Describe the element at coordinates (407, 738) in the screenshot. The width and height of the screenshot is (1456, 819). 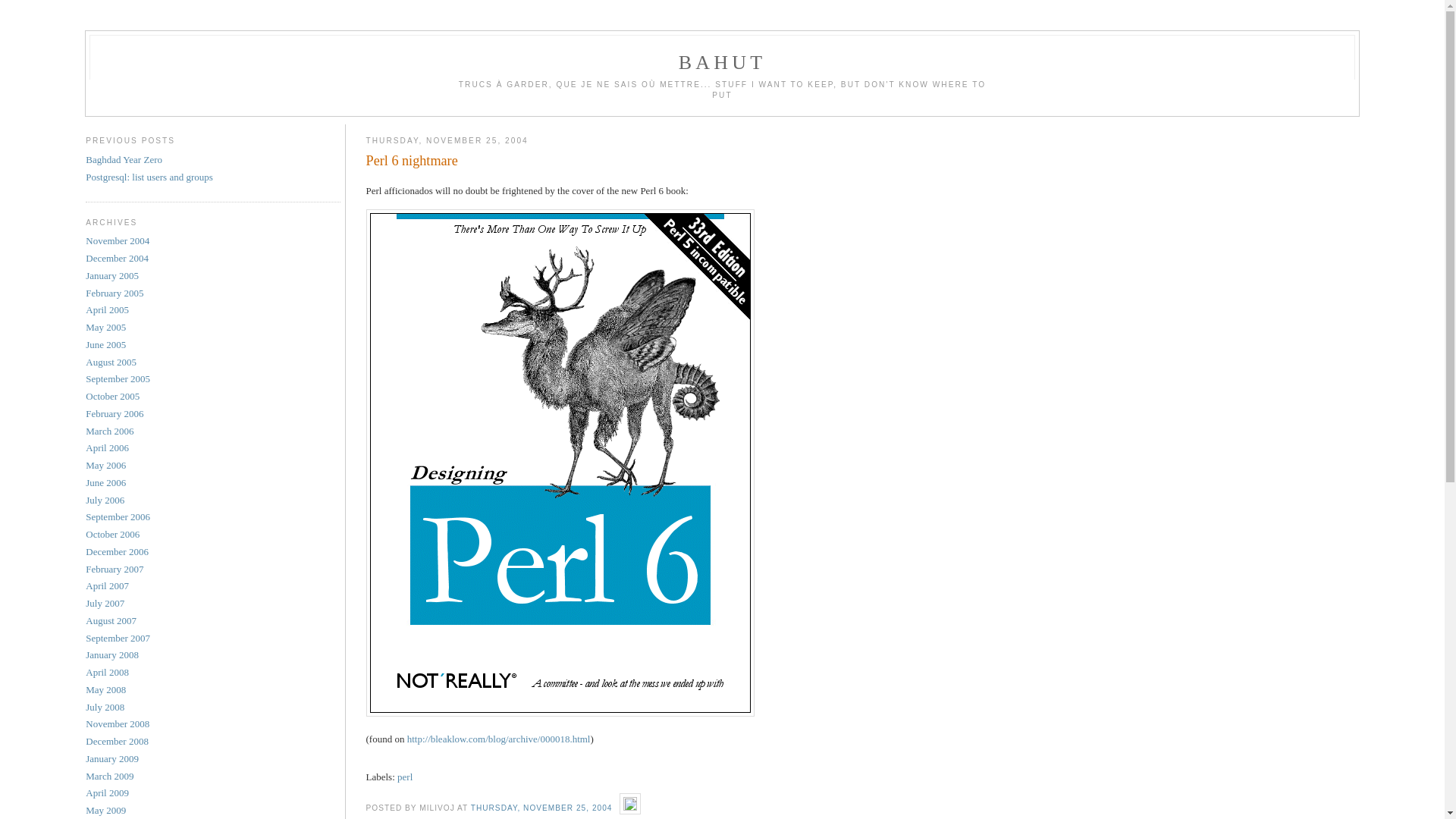
I see `'http://bleaklow.com/blog/archive/000018.html'` at that location.